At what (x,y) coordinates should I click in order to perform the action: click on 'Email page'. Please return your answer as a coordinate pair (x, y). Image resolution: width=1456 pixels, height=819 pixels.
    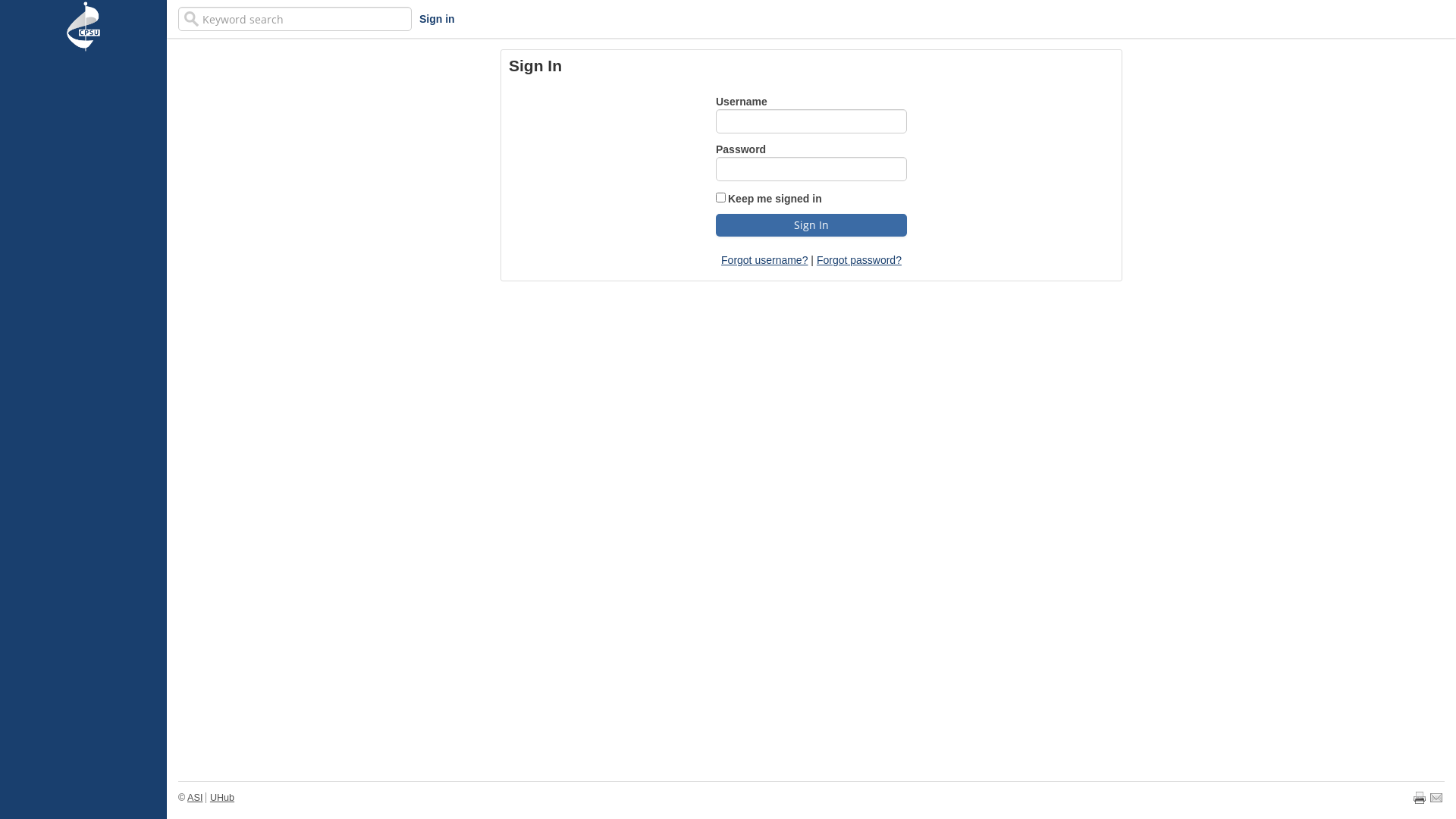
    Looking at the image, I should click on (1436, 797).